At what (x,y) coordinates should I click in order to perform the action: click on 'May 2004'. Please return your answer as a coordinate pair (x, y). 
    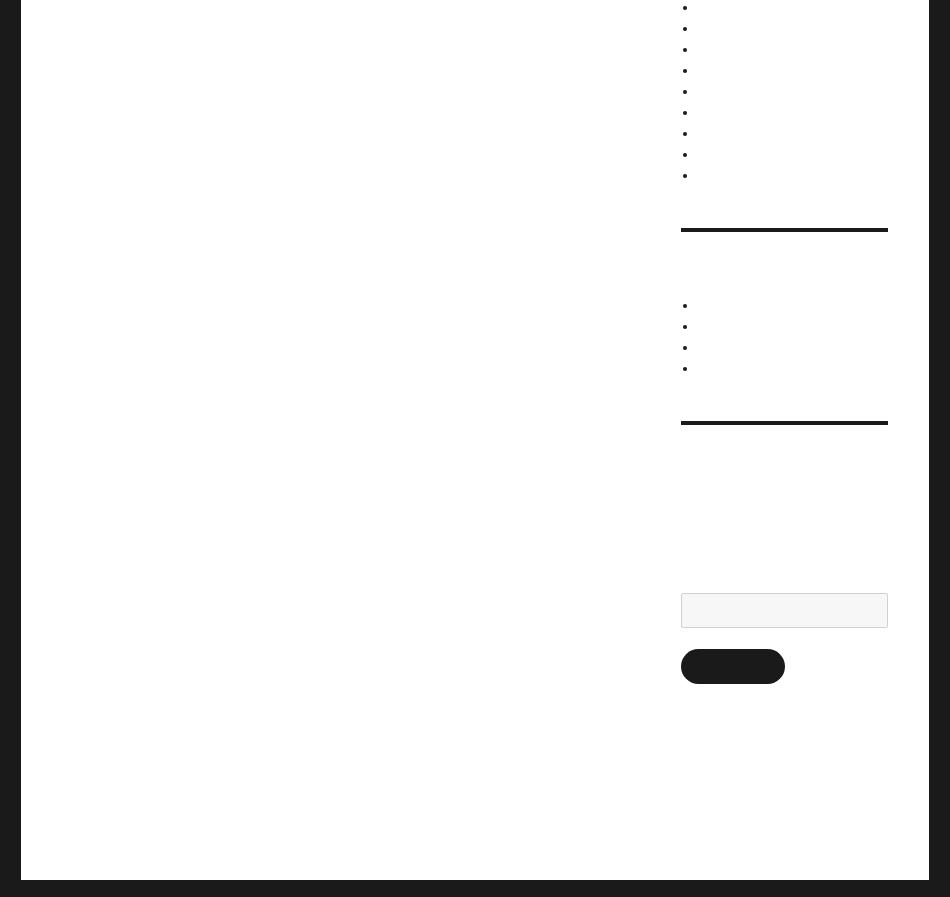
    Looking at the image, I should click on (722, 131).